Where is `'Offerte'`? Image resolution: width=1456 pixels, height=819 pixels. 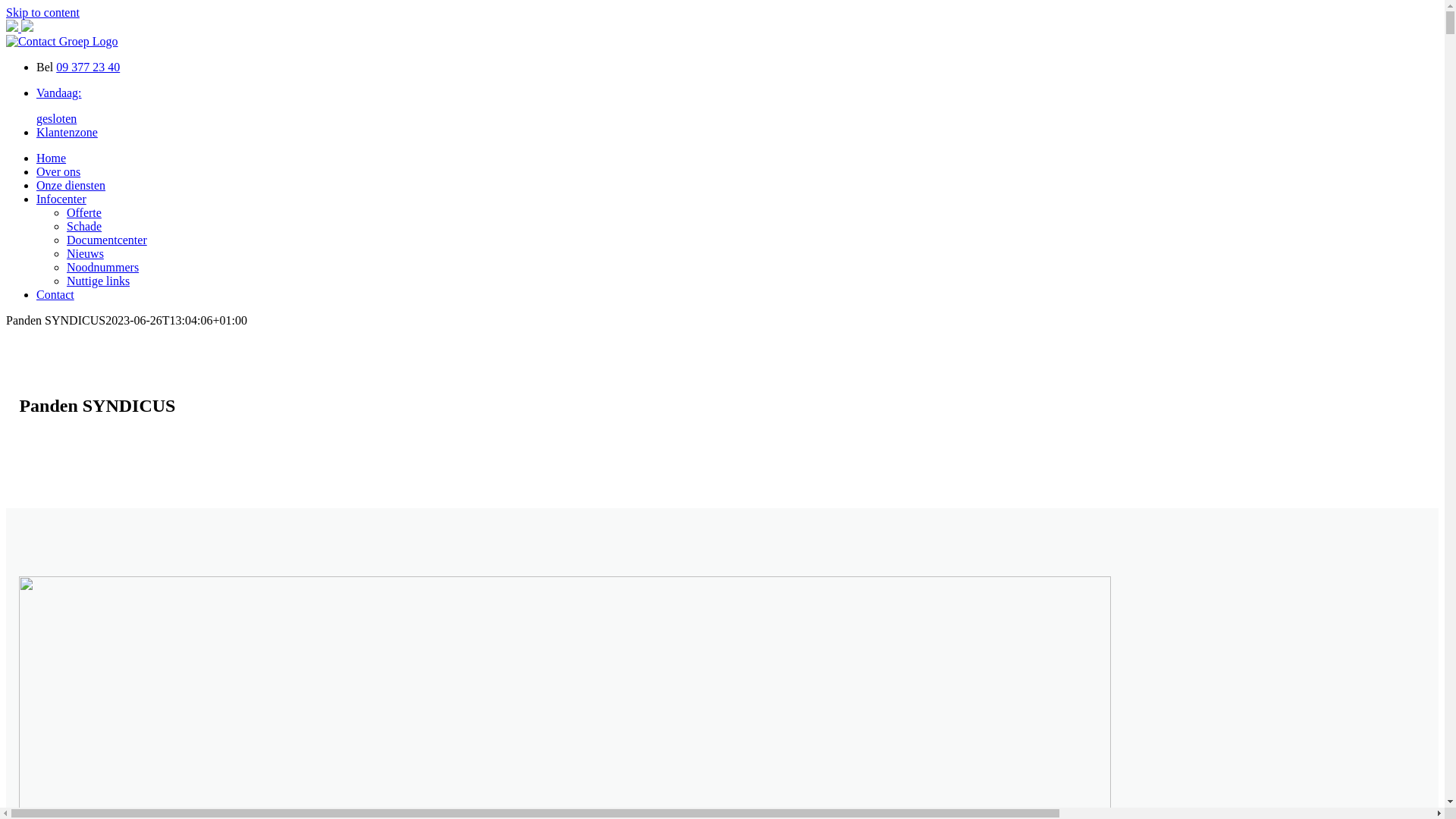 'Offerte' is located at coordinates (65, 212).